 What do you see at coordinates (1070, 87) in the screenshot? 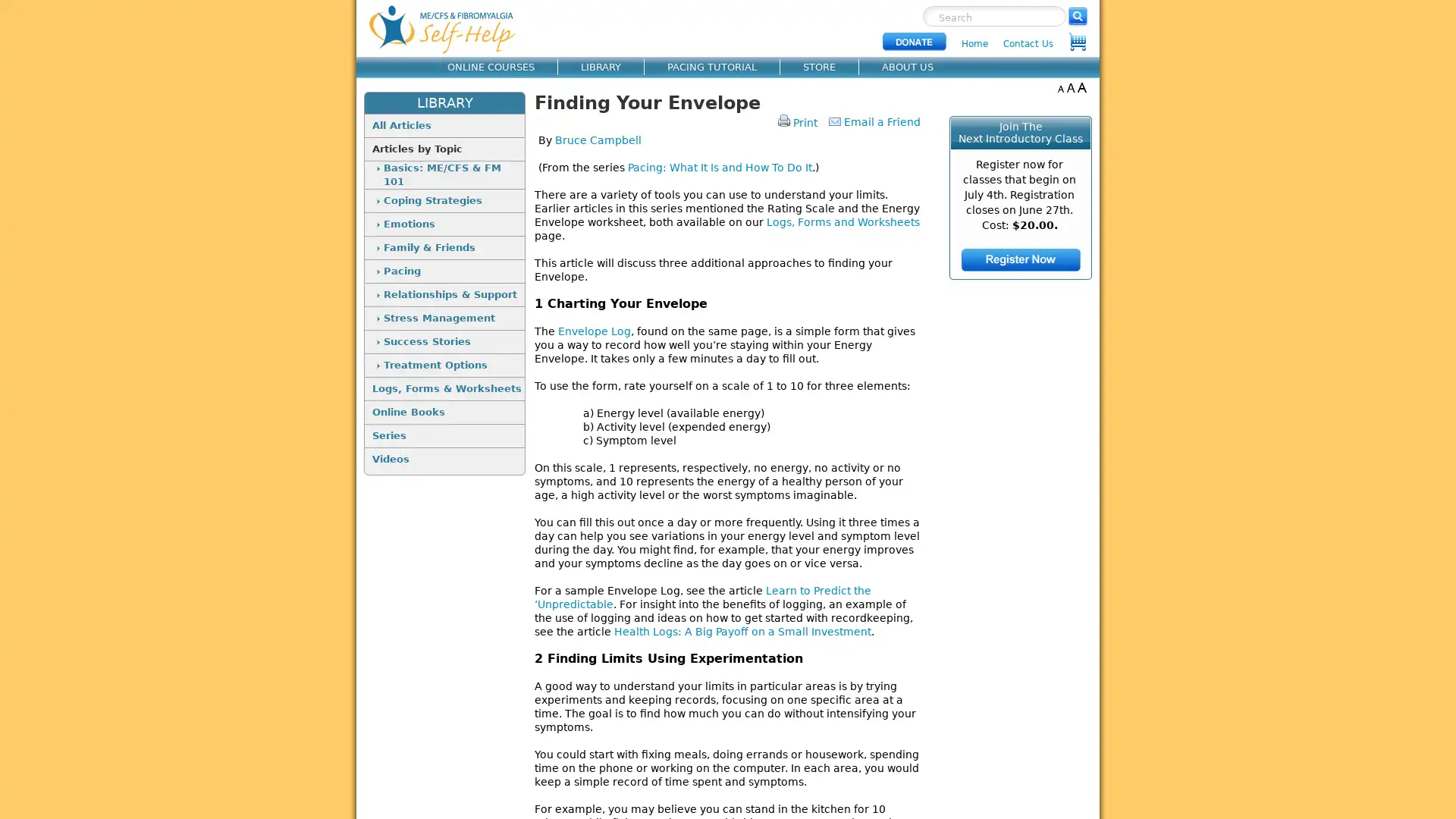
I see `A` at bounding box center [1070, 87].